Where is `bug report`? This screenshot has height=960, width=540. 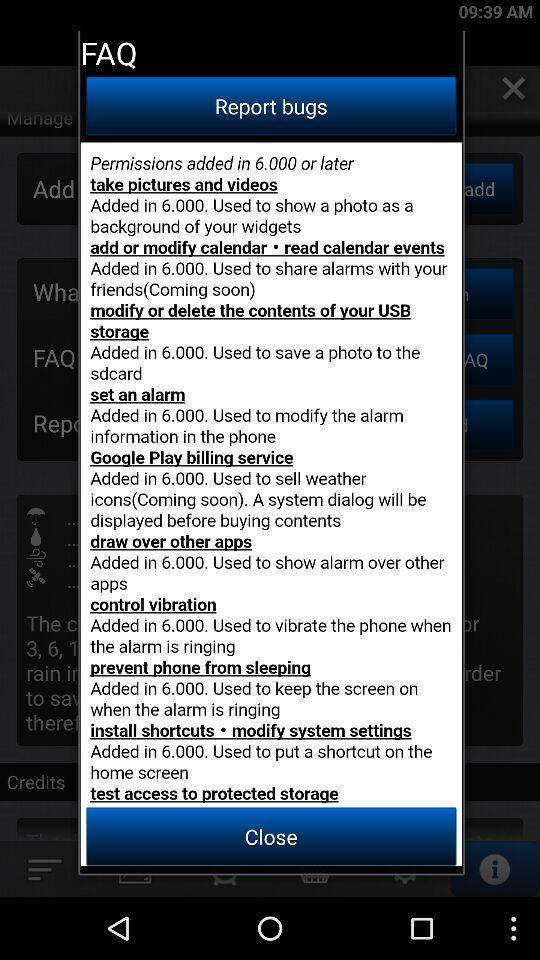
bug report is located at coordinates (270, 503).